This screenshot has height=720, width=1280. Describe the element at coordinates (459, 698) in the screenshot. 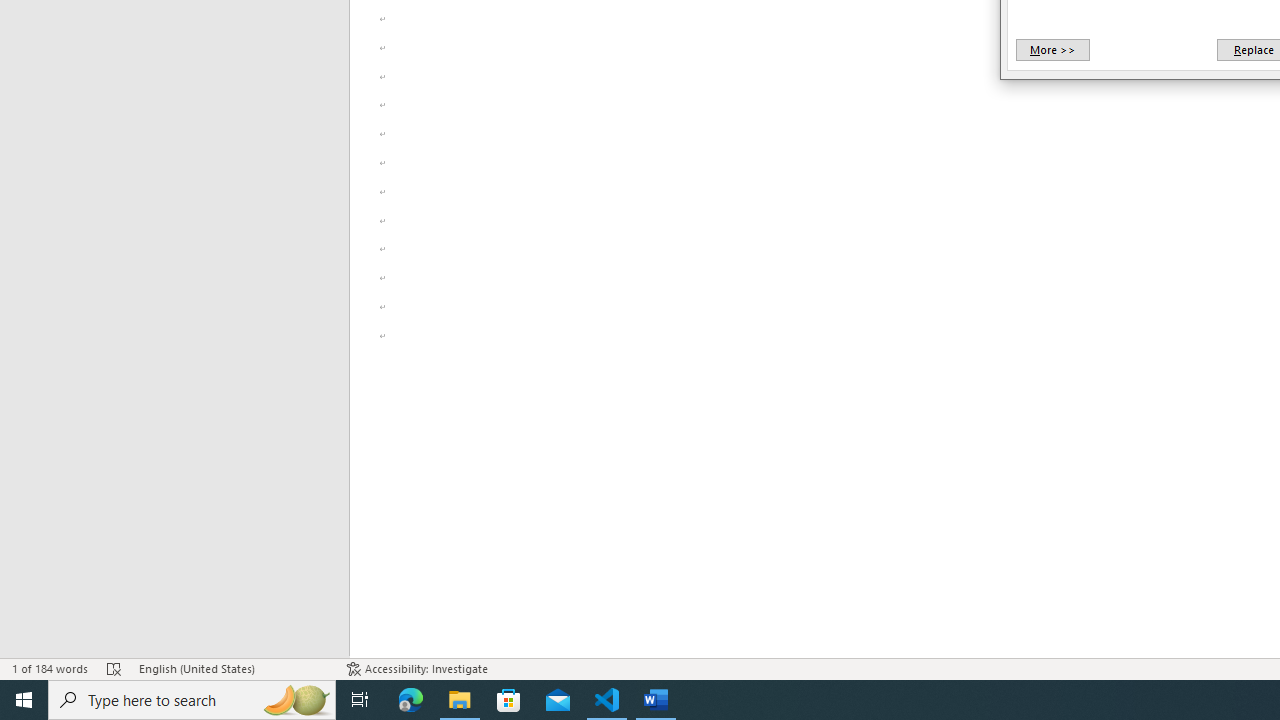

I see `'File Explorer - 1 running window'` at that location.